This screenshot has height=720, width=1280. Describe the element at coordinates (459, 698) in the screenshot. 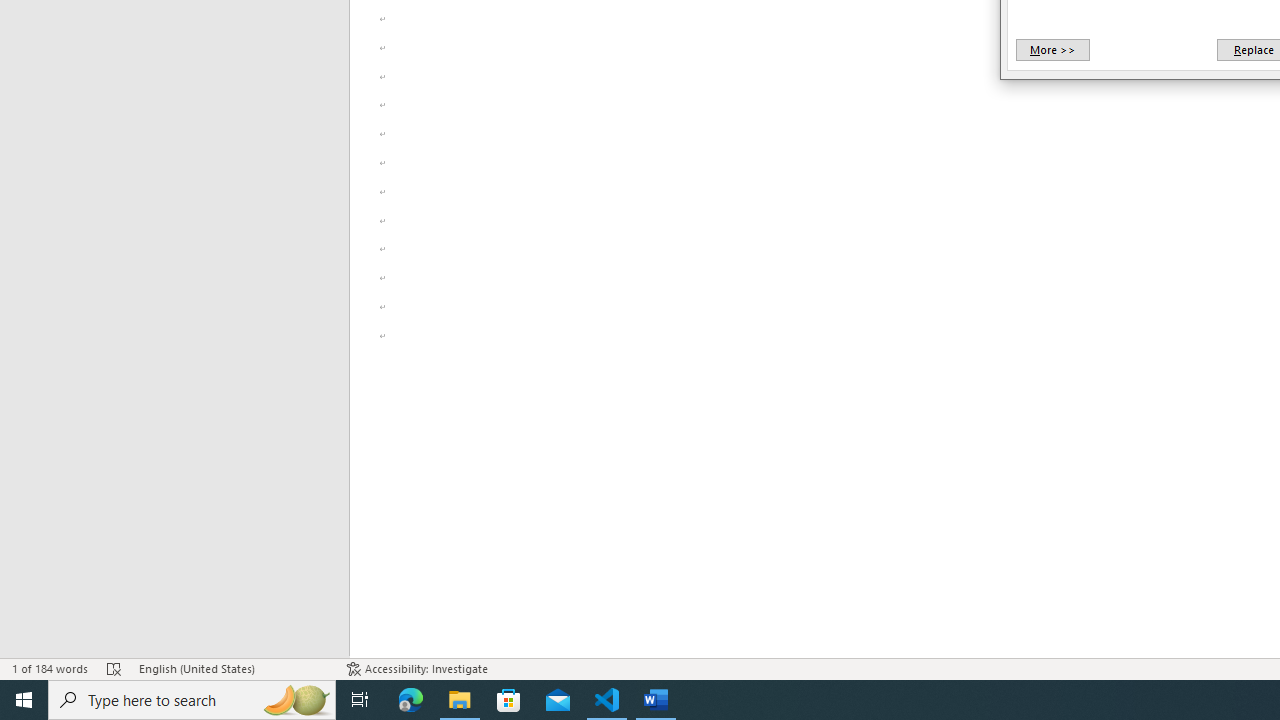

I see `'File Explorer - 1 running window'` at that location.